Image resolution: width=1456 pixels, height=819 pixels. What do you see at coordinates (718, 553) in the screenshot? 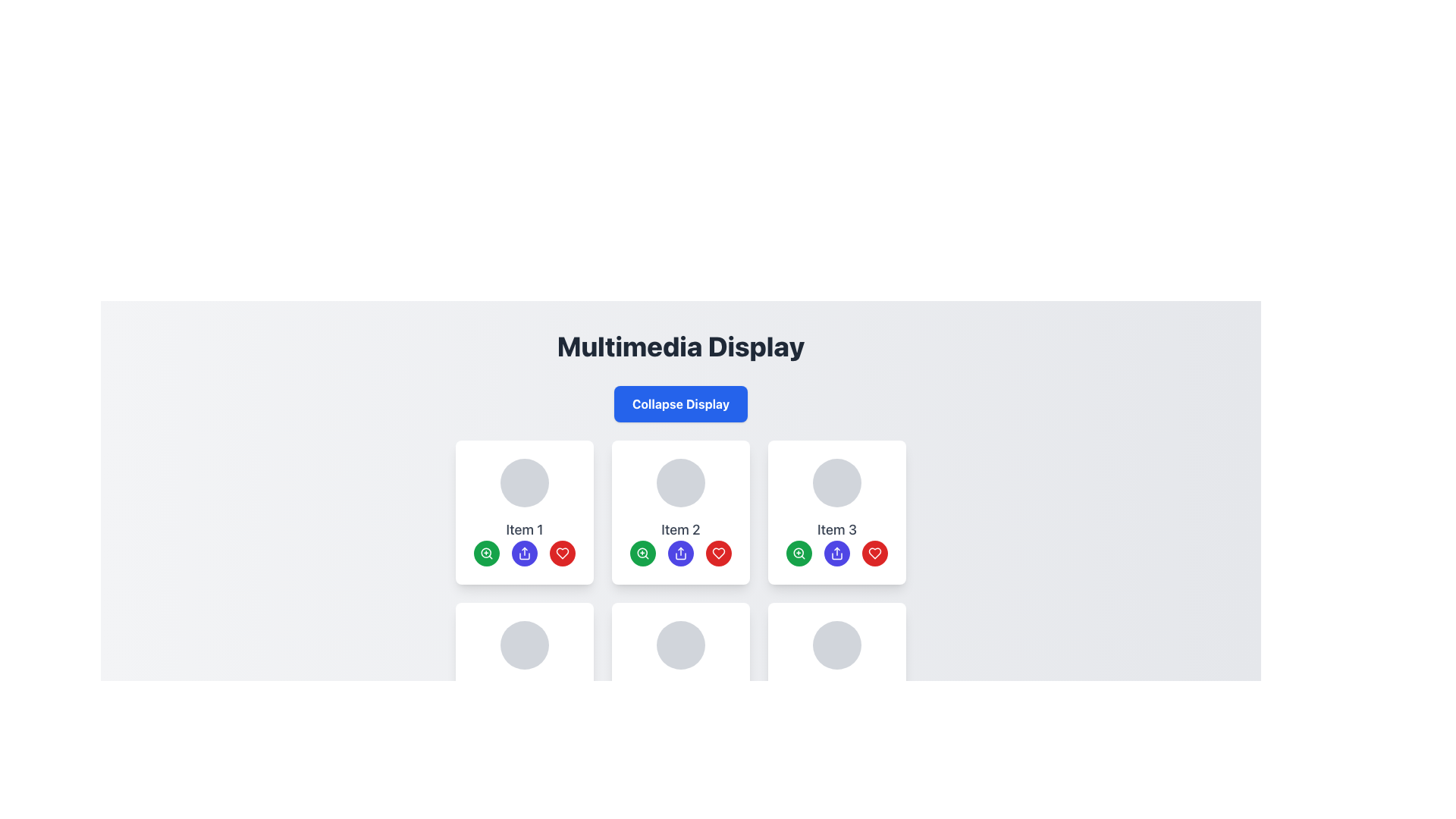
I see `the 'like' button located at the far right of the button set under the card labeled 'Item 2' to mark the item as liked` at bounding box center [718, 553].